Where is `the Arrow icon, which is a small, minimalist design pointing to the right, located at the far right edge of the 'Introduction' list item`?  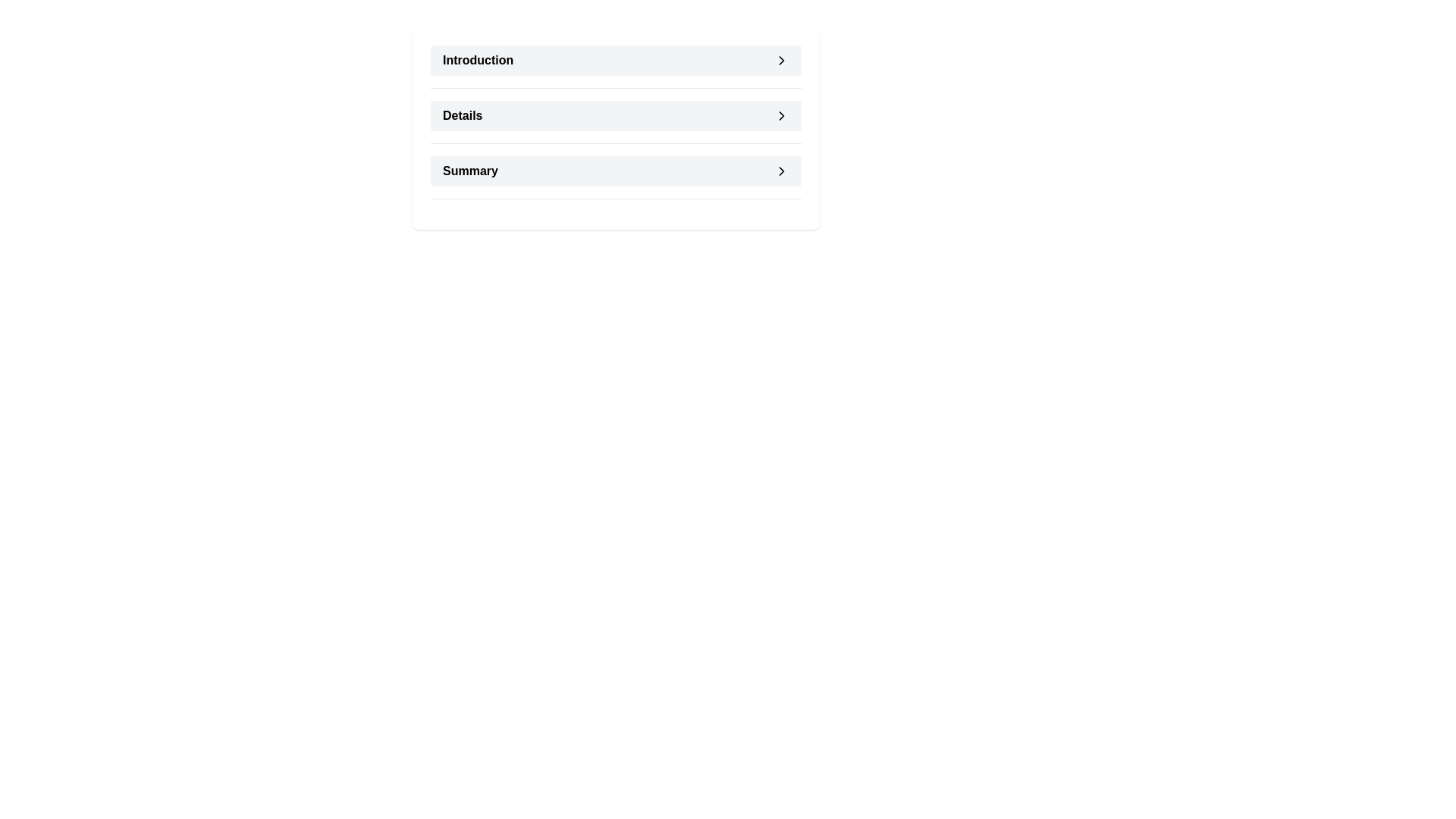 the Arrow icon, which is a small, minimalist design pointing to the right, located at the far right edge of the 'Introduction' list item is located at coordinates (782, 60).